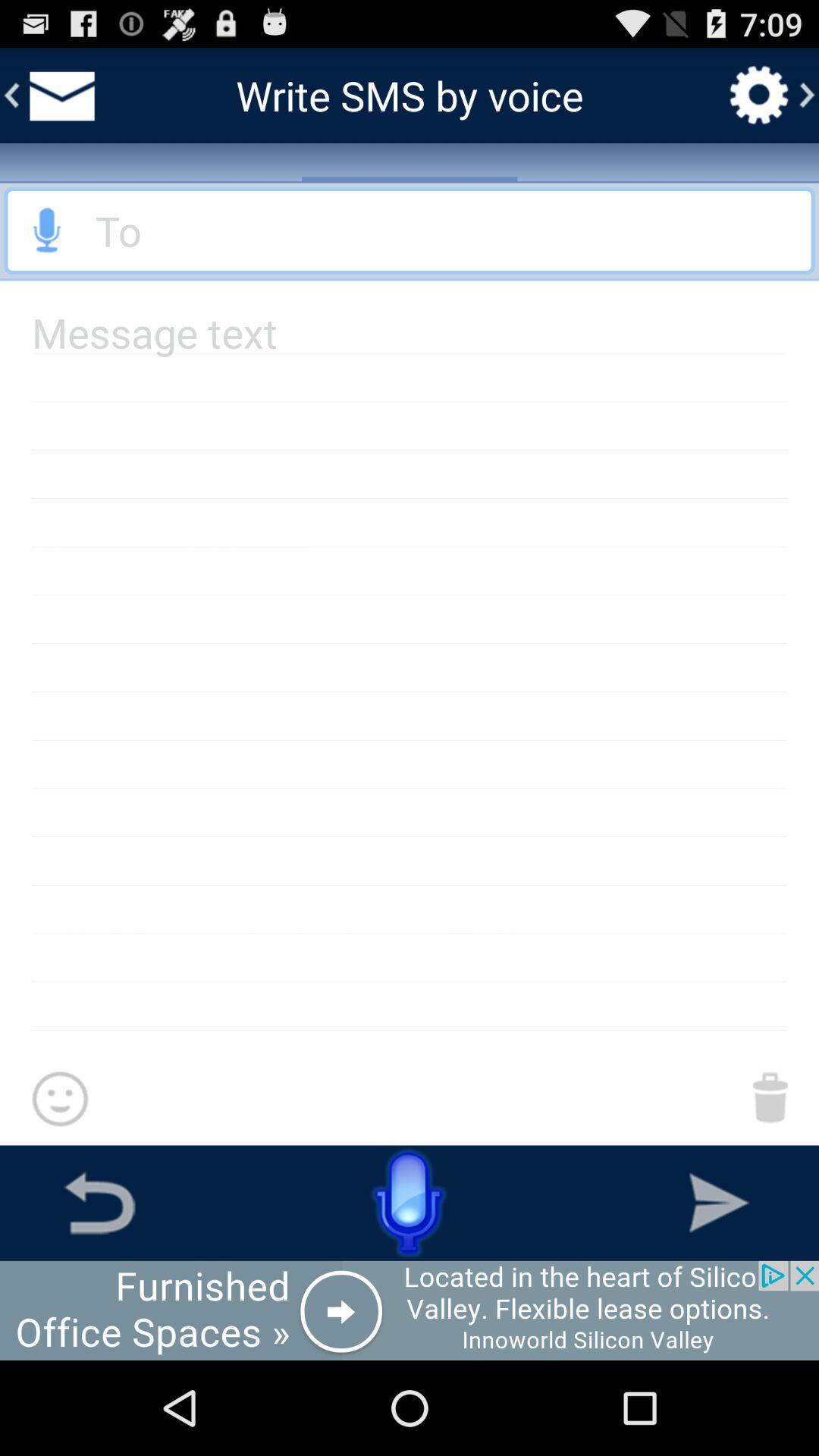 The height and width of the screenshot is (1456, 819). What do you see at coordinates (99, 1202) in the screenshot?
I see `previous page` at bounding box center [99, 1202].